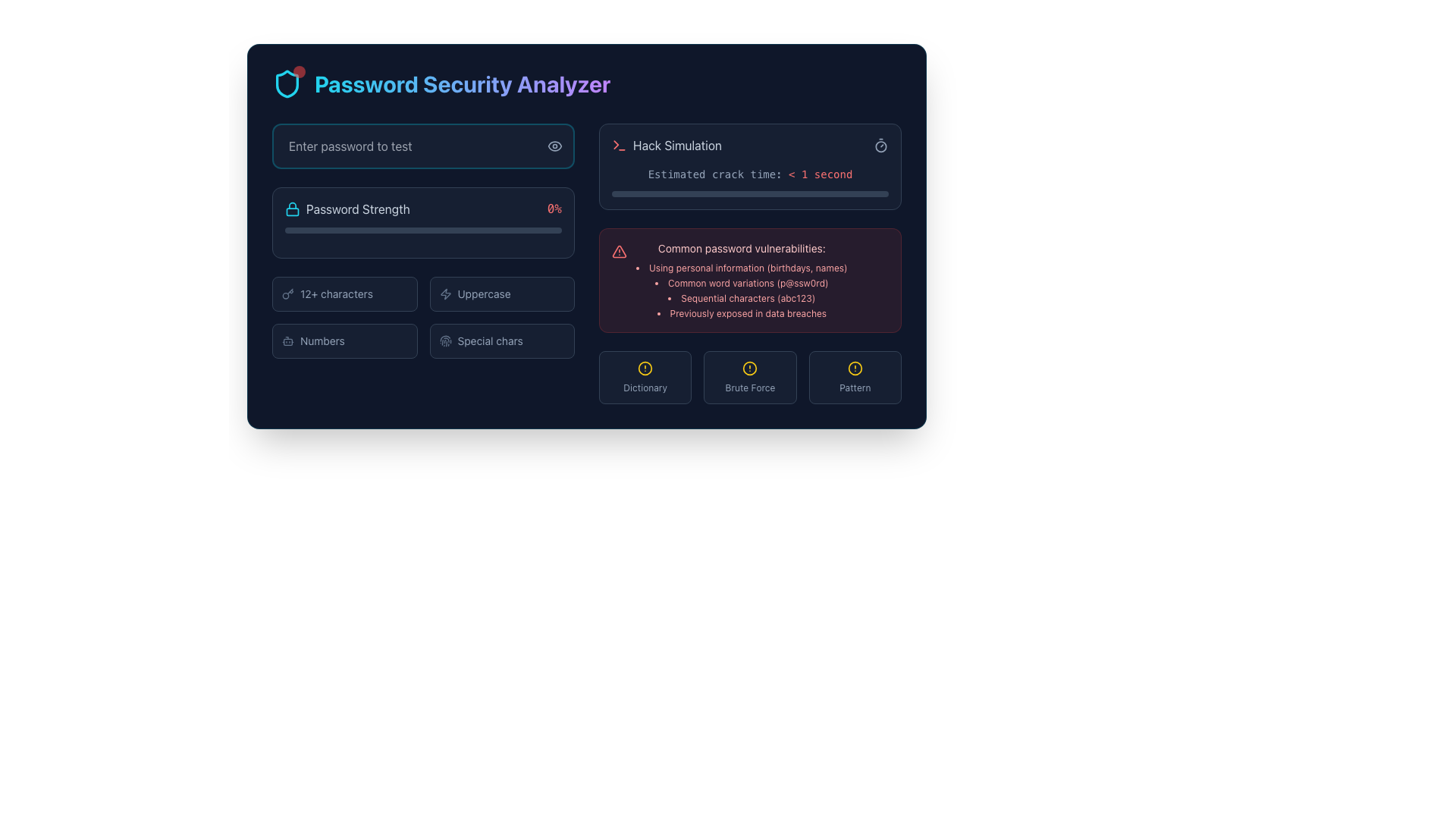 The image size is (1456, 819). What do you see at coordinates (502, 294) in the screenshot?
I see `the 'Uppercase' text indicator, which is styled in slate-gray color with a lightning bolt icon` at bounding box center [502, 294].